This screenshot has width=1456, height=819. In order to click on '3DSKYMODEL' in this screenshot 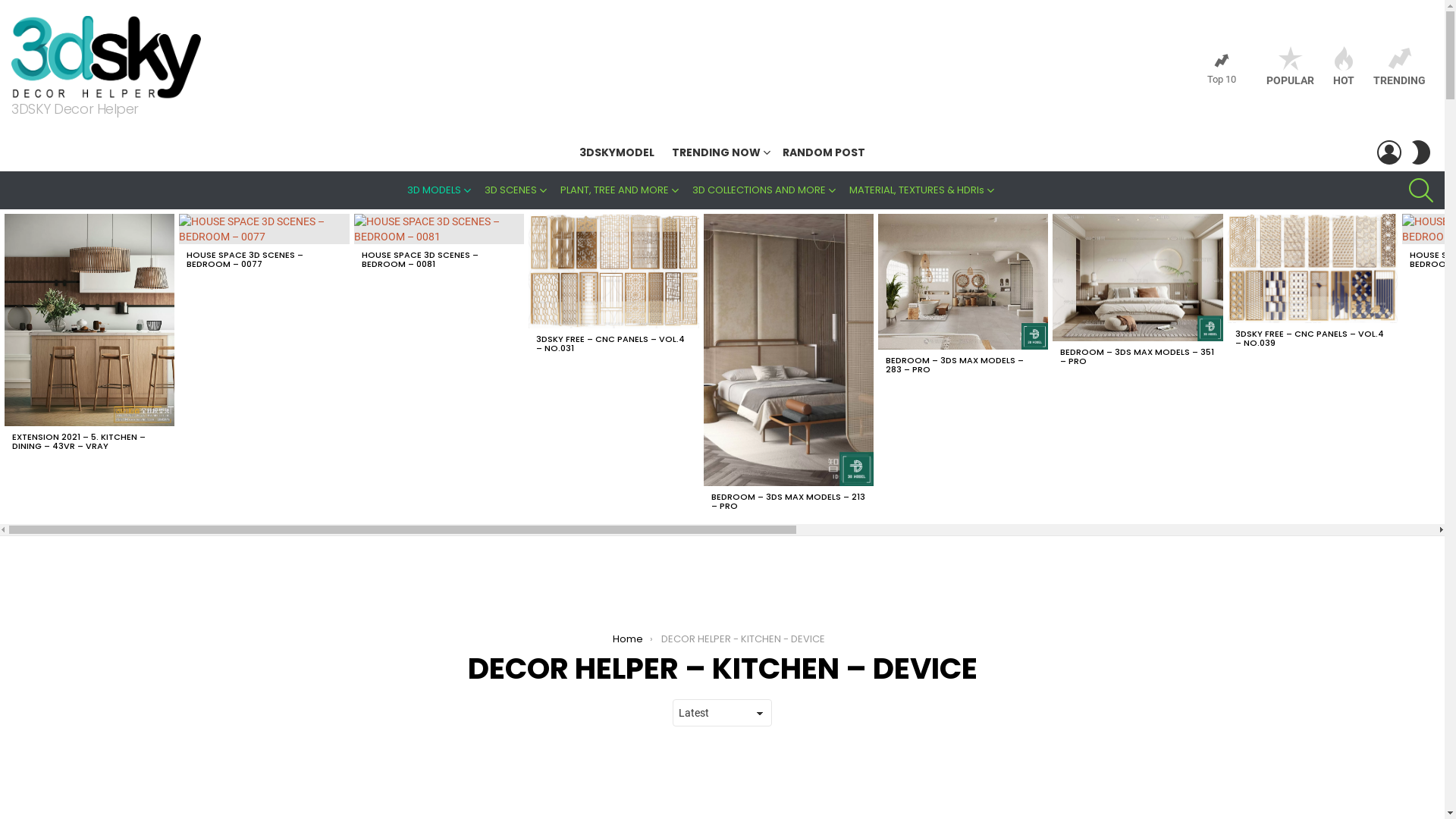, I will do `click(570, 152)`.